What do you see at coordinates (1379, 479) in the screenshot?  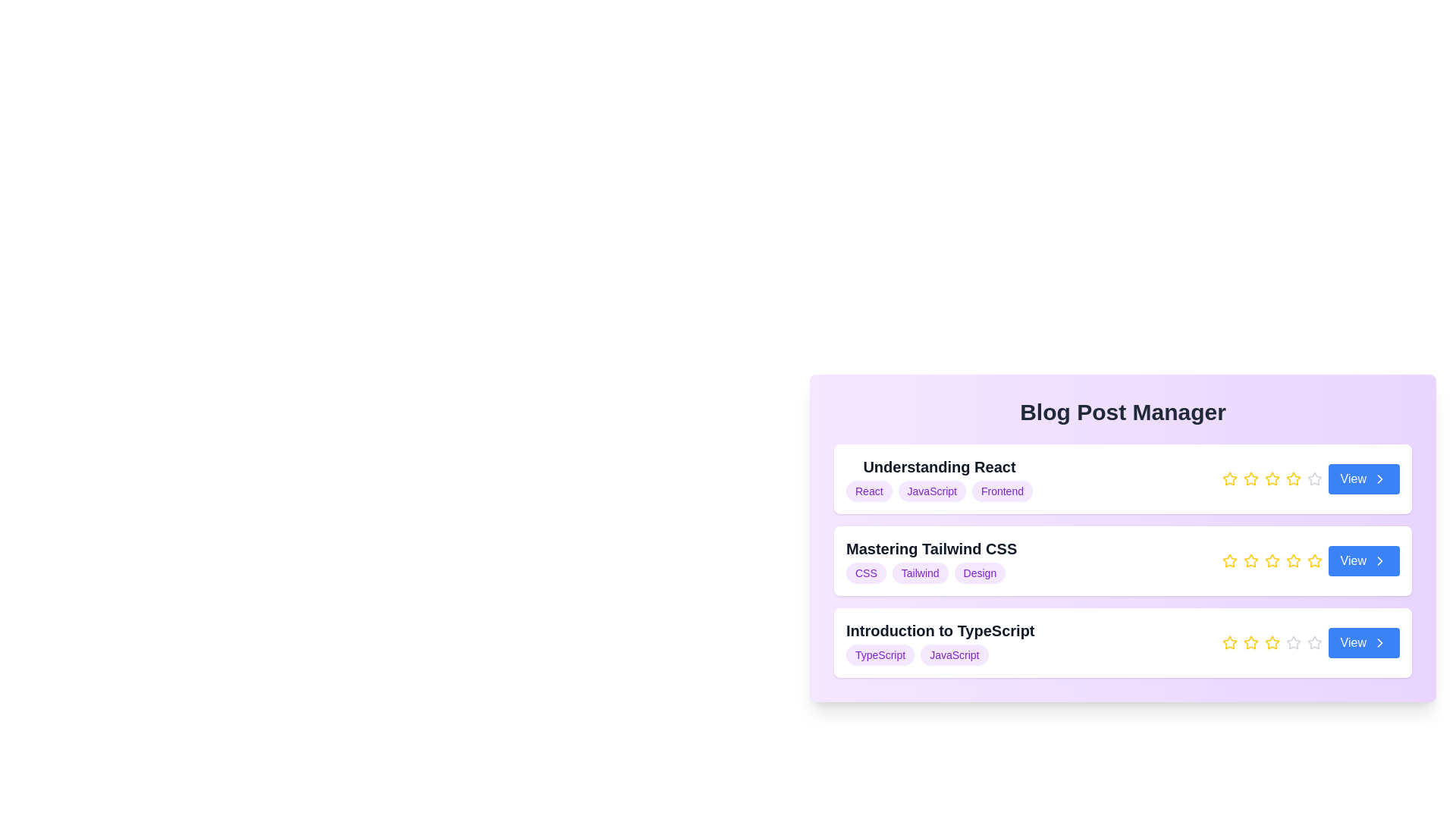 I see `the Chevron-Right icon, which is located at the rightmost end of the 'View' button in the first list item of the 'Blog Post Manager' section` at bounding box center [1379, 479].